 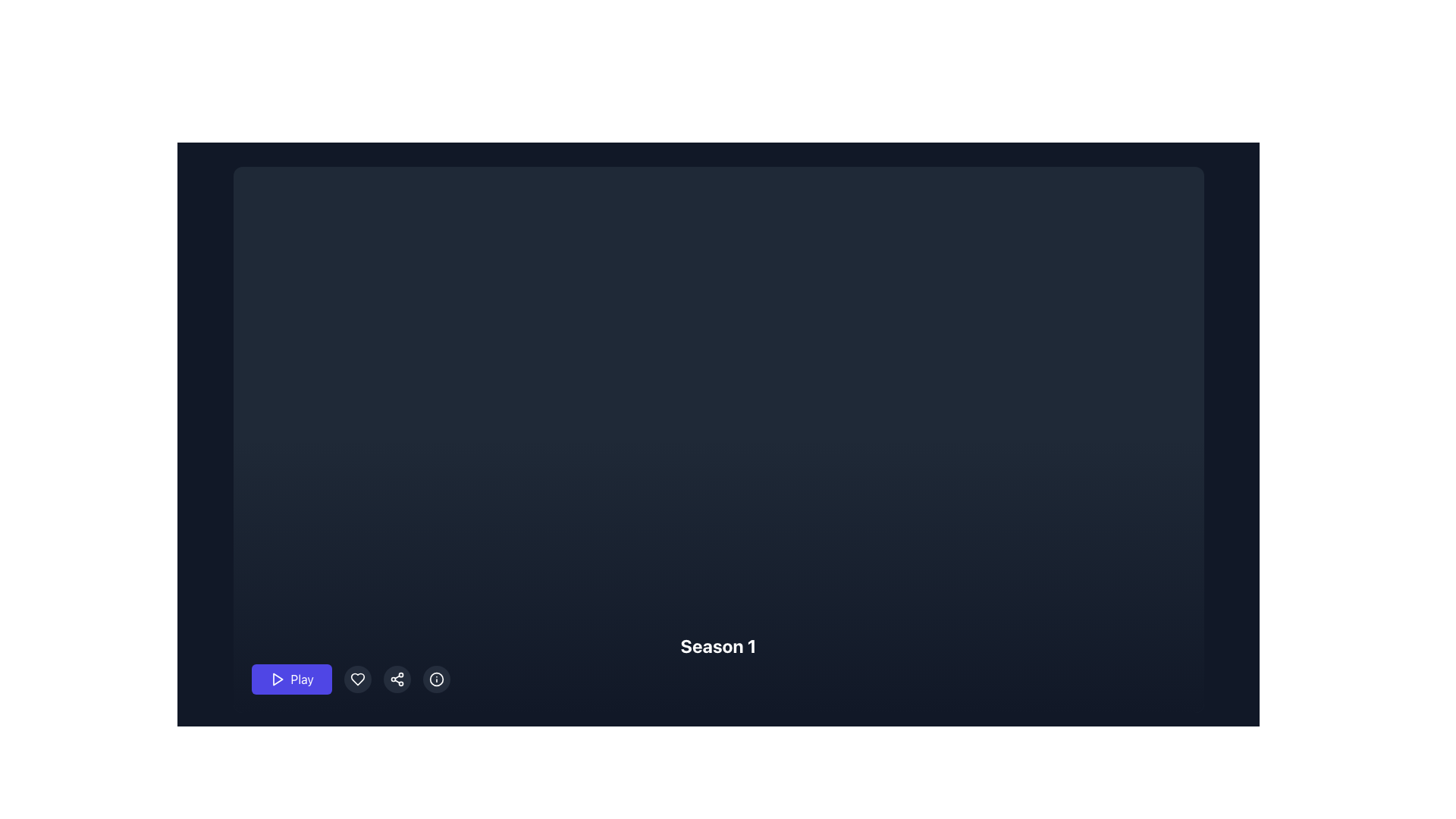 What do you see at coordinates (435, 678) in the screenshot?
I see `the circular button with a semi-transparent gray background and an 'i' icon to change its background color` at bounding box center [435, 678].